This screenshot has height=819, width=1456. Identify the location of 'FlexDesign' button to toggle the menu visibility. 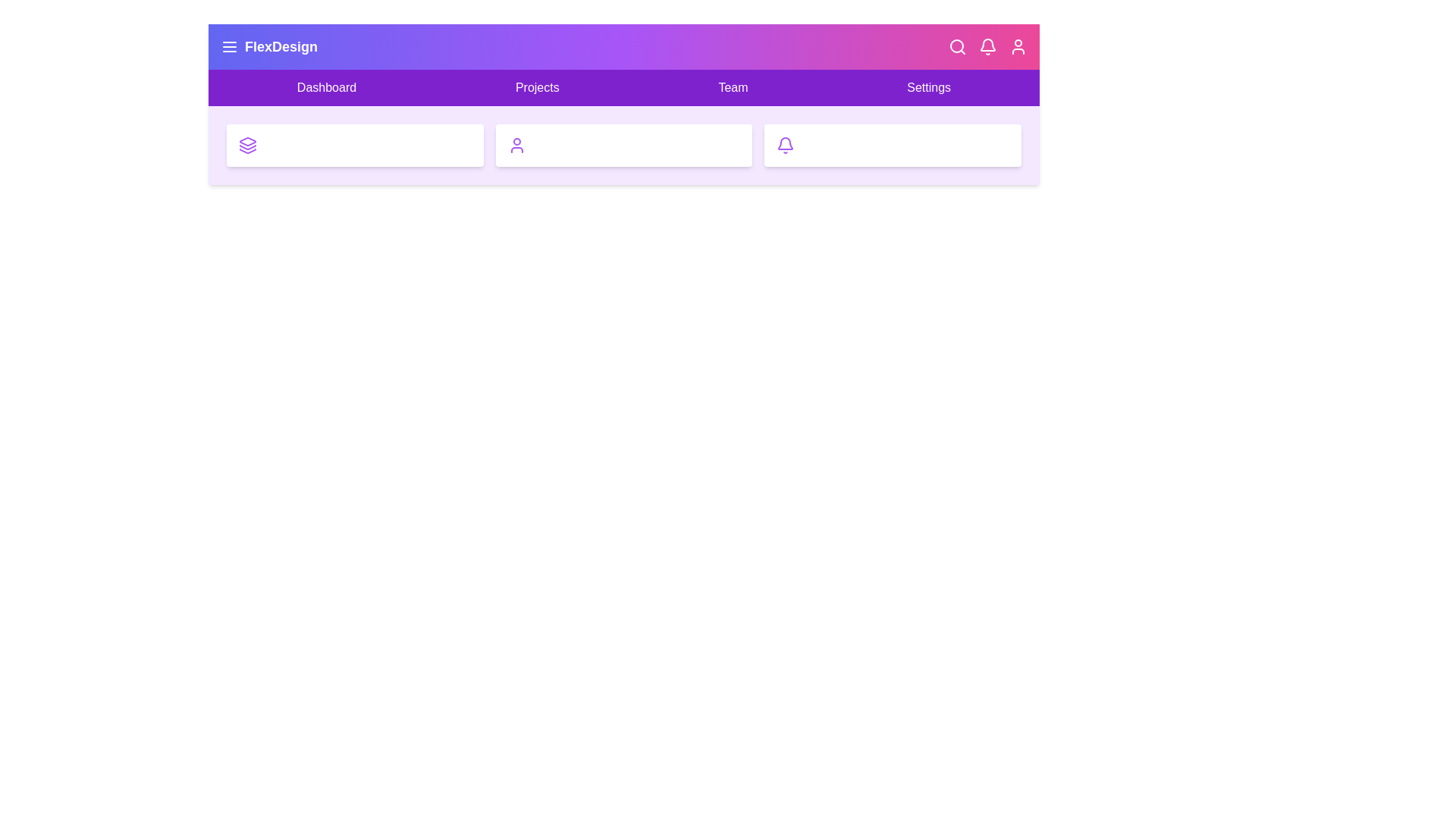
(269, 45).